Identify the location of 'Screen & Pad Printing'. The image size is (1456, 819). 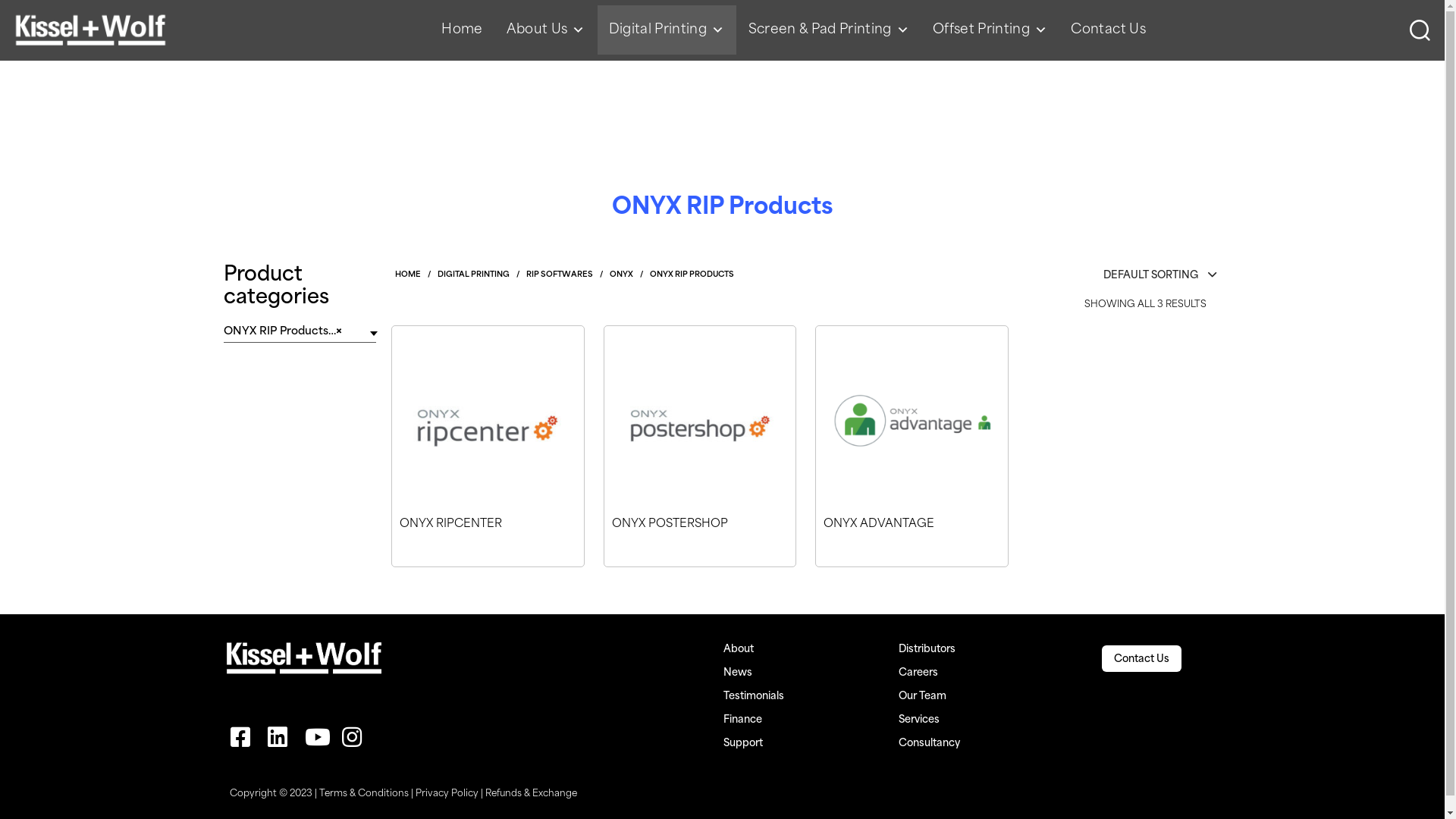
(828, 30).